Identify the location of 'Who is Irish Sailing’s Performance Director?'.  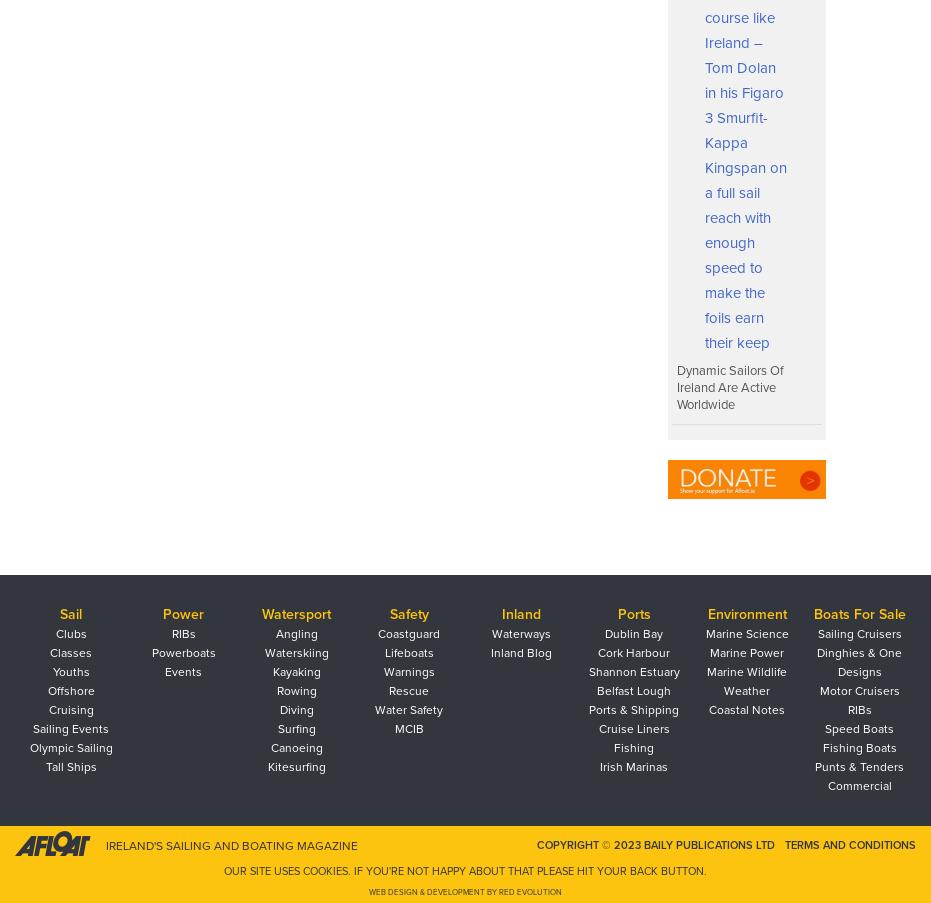
(394, 351).